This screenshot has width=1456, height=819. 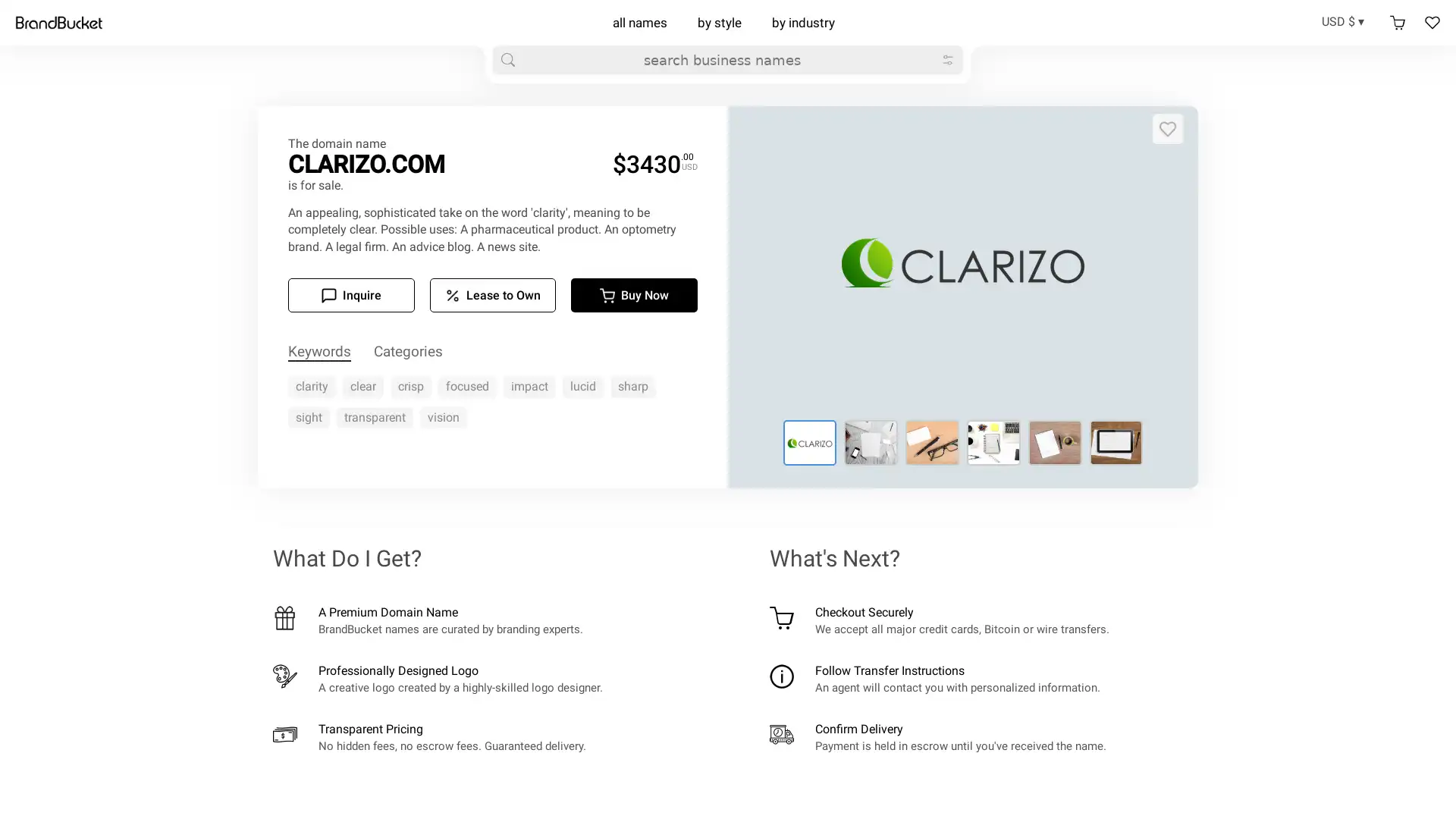 I want to click on Logo for clarizo.com, so click(x=808, y=442).